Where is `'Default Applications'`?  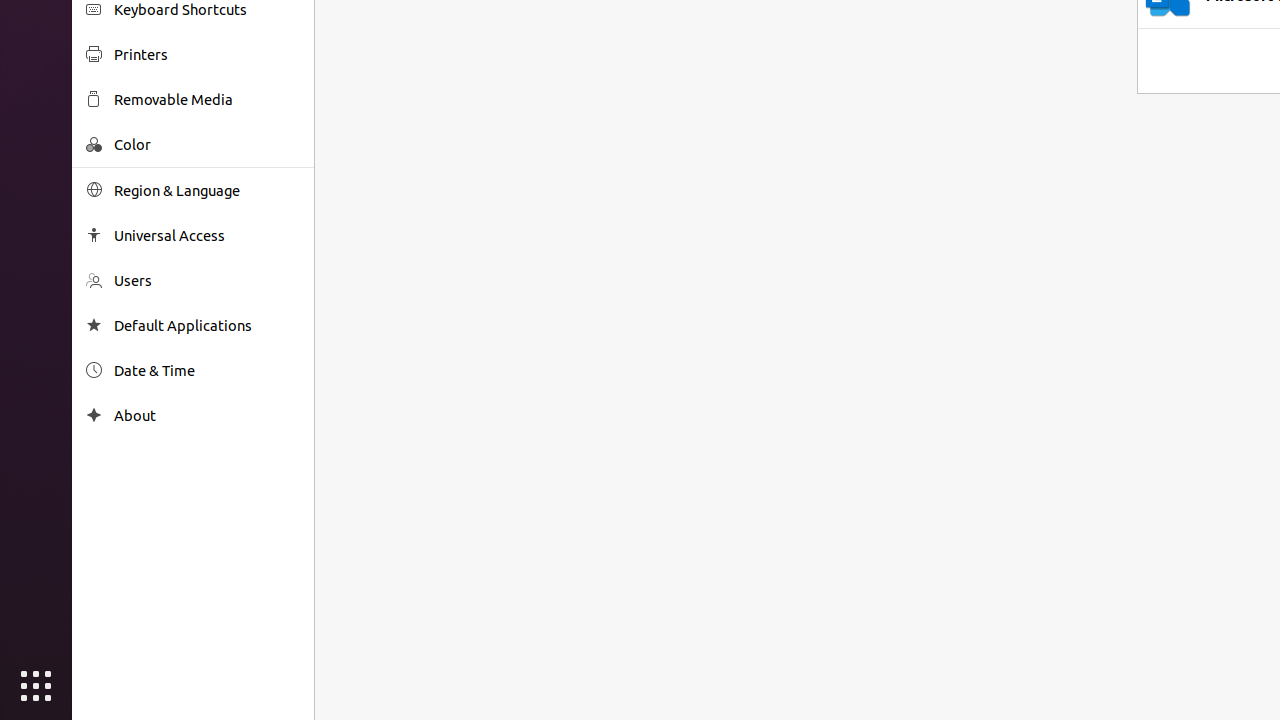
'Default Applications' is located at coordinates (206, 324).